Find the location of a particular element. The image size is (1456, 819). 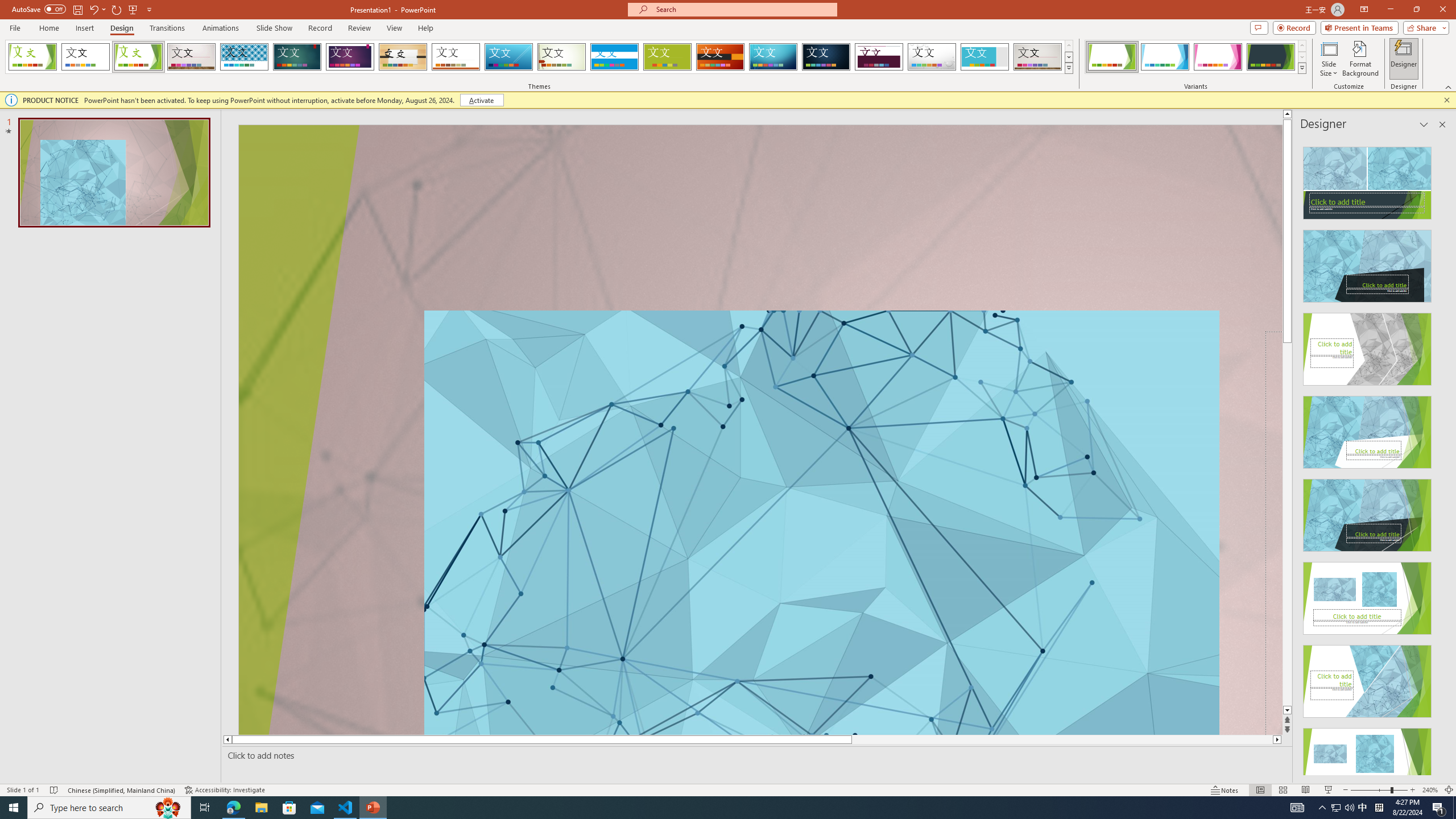

'Themes' is located at coordinates (1069, 67).